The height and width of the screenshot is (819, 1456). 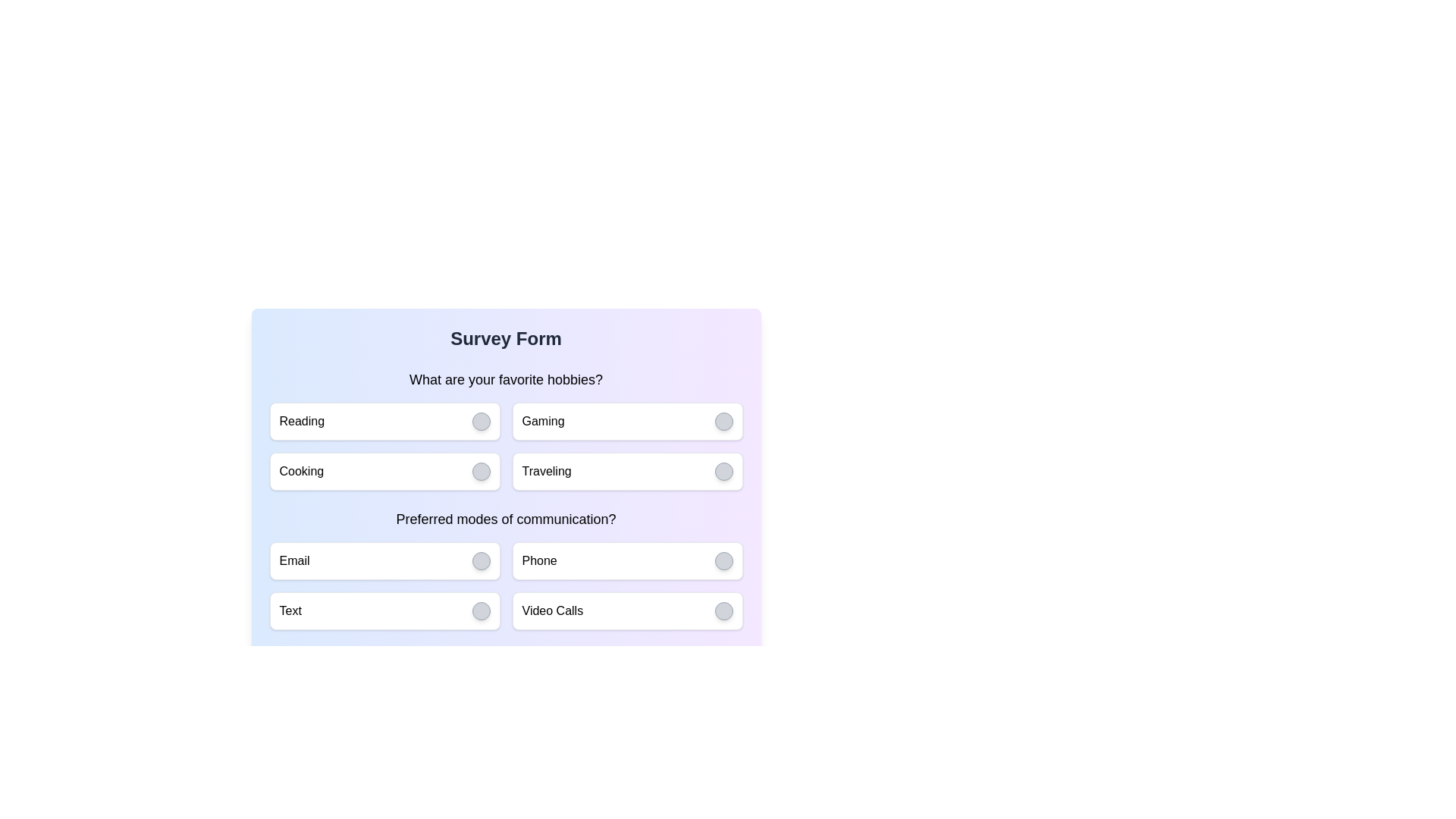 I want to click on the circular radio button for the 'Gaming' option in the survey form under the question 'What are your favorite hobbies?', so click(x=627, y=421).